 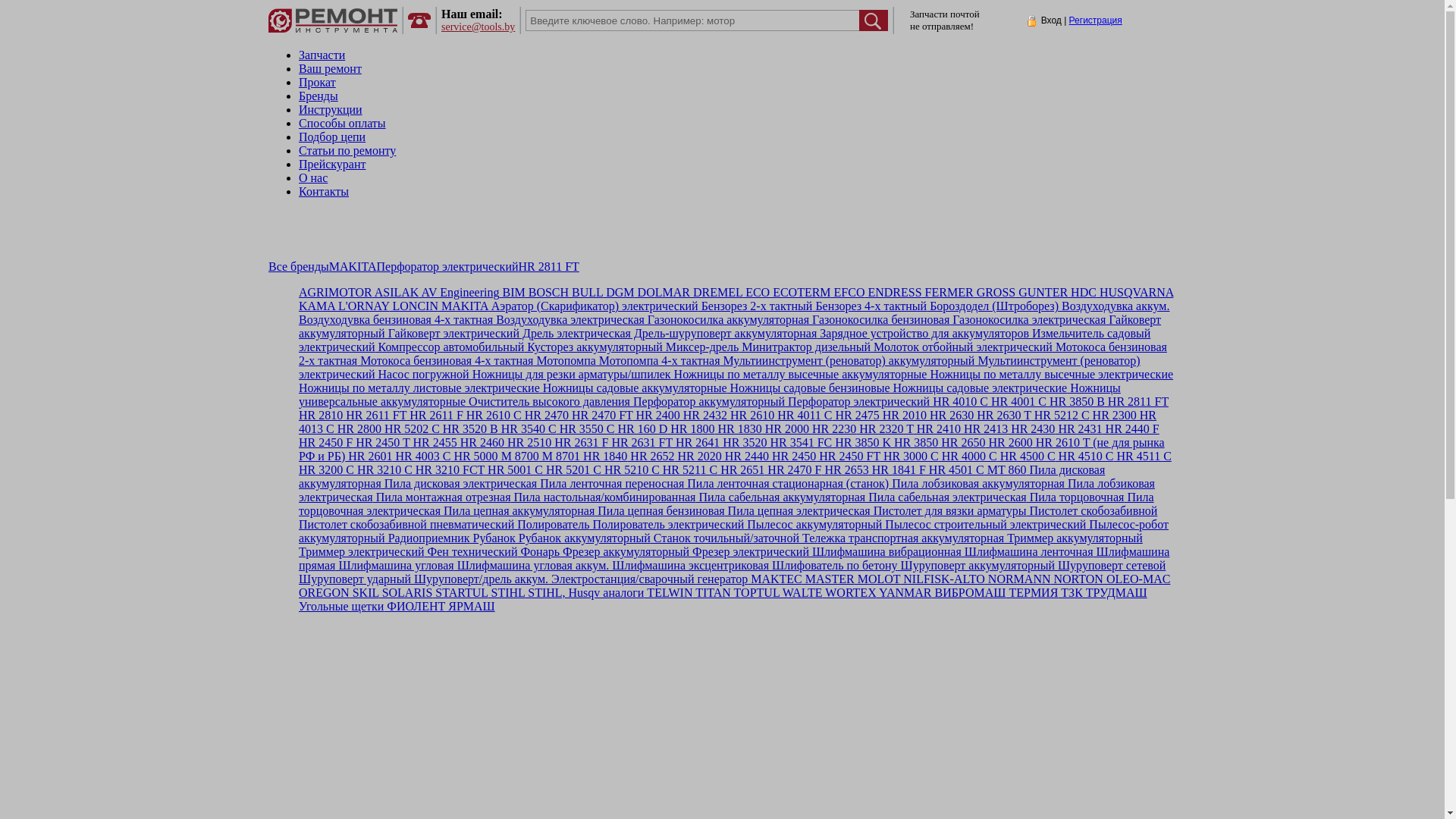 What do you see at coordinates (545, 415) in the screenshot?
I see `'HR 2470'` at bounding box center [545, 415].